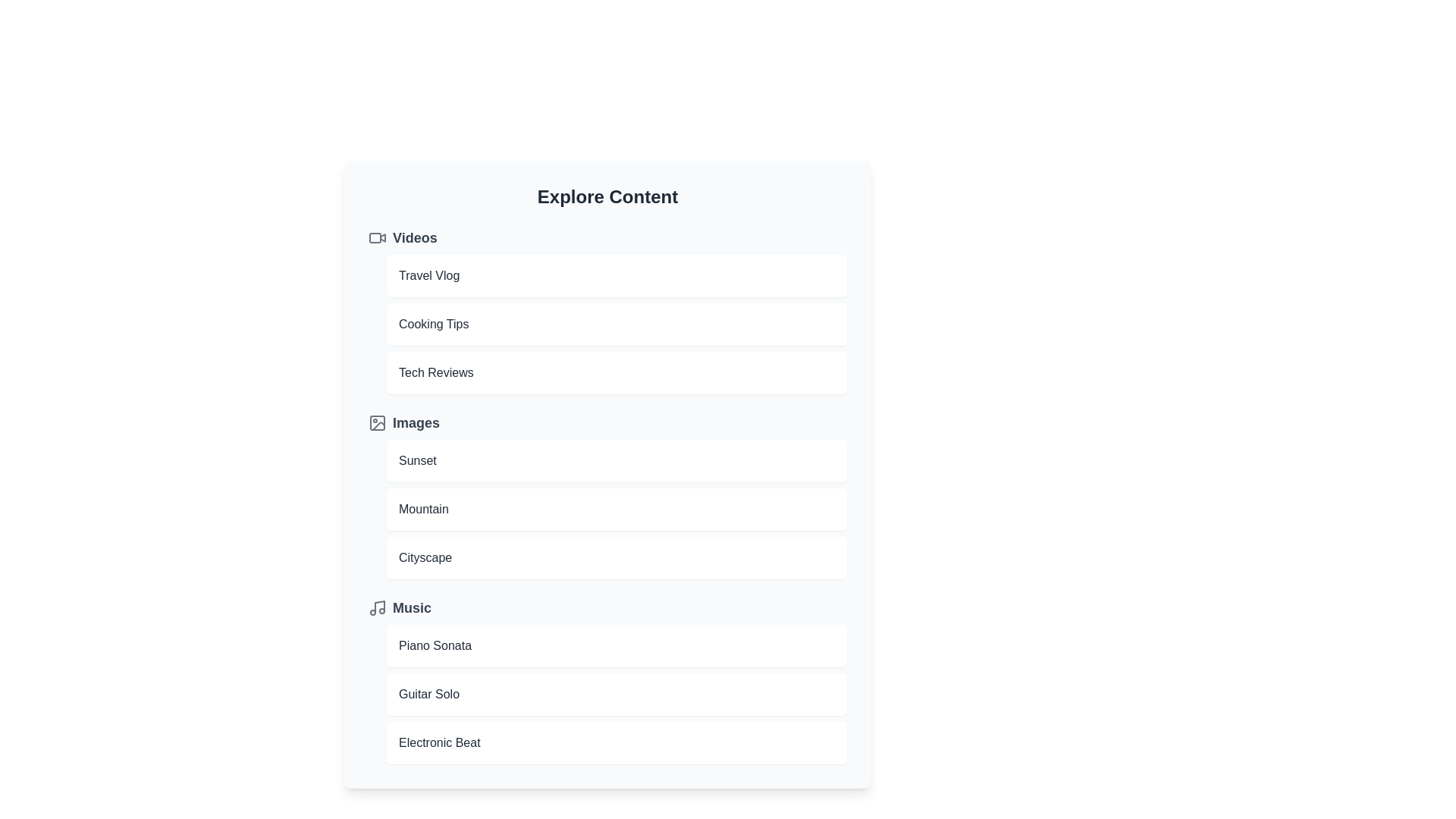 Image resolution: width=1456 pixels, height=819 pixels. What do you see at coordinates (617, 646) in the screenshot?
I see `the item Piano Sonata to preview it` at bounding box center [617, 646].